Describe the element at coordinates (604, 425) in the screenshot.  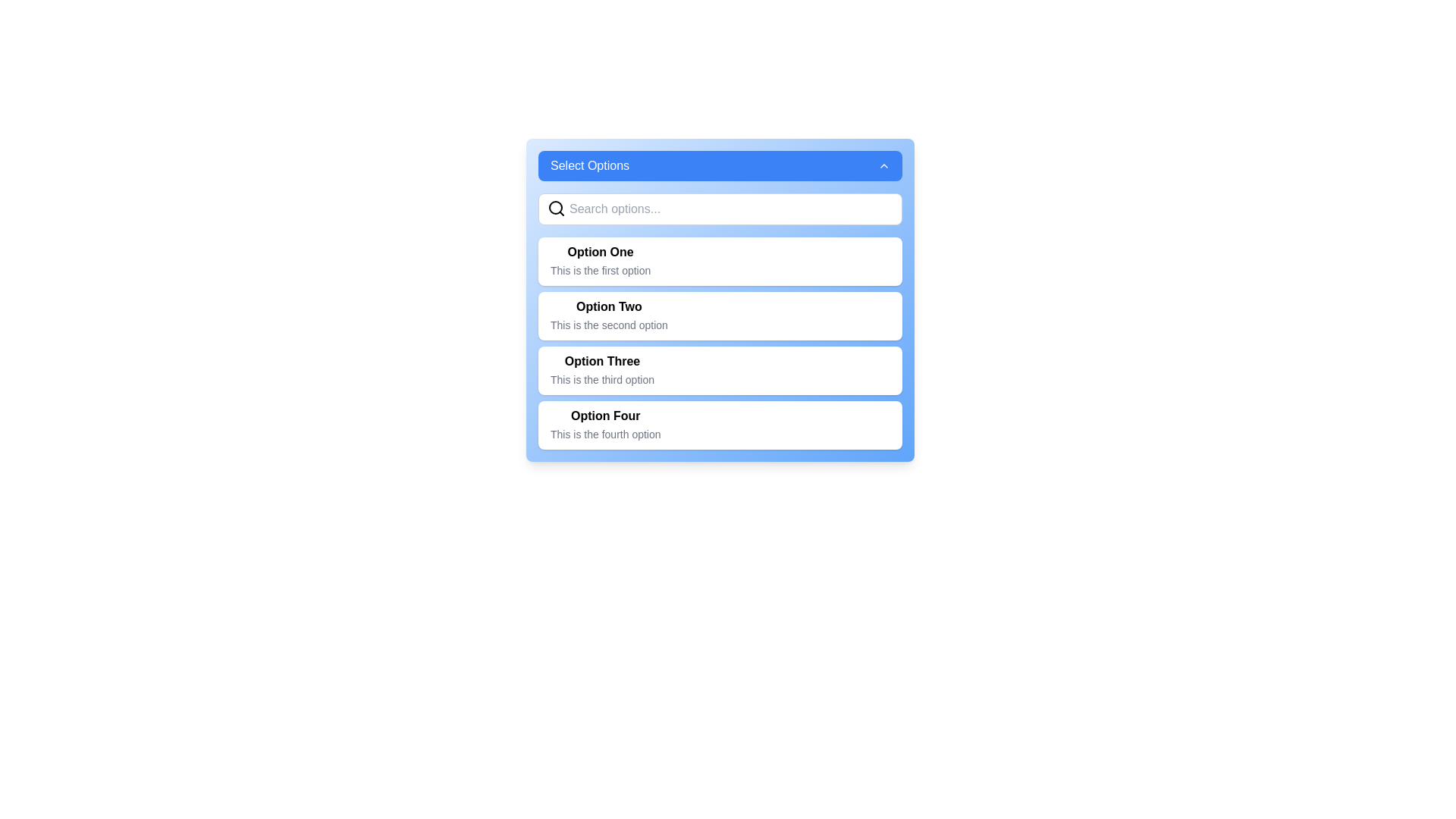
I see `the 'Option Four' text element in the dropdown menu` at that location.